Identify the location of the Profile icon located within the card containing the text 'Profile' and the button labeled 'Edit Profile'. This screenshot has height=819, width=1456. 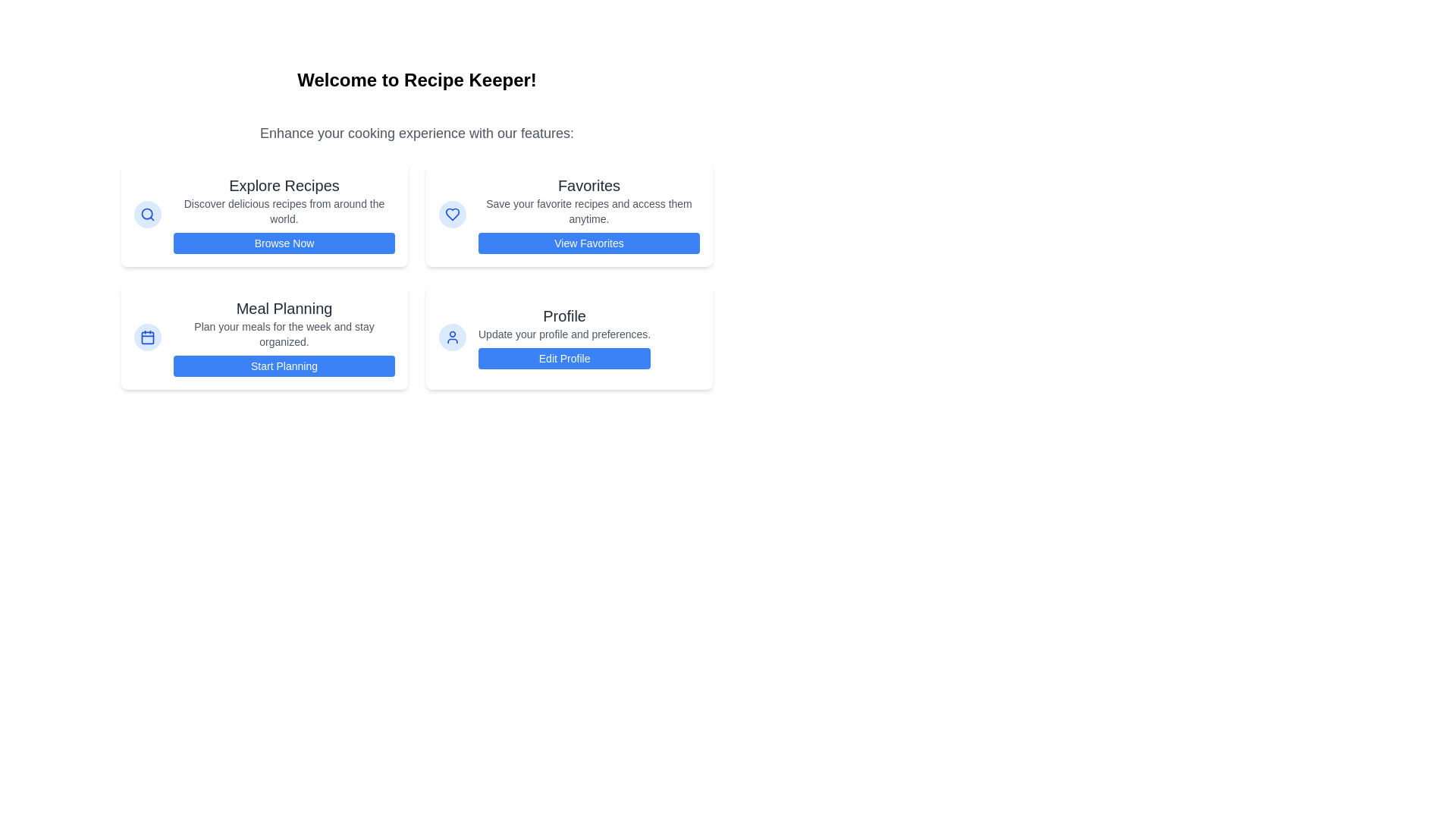
(451, 336).